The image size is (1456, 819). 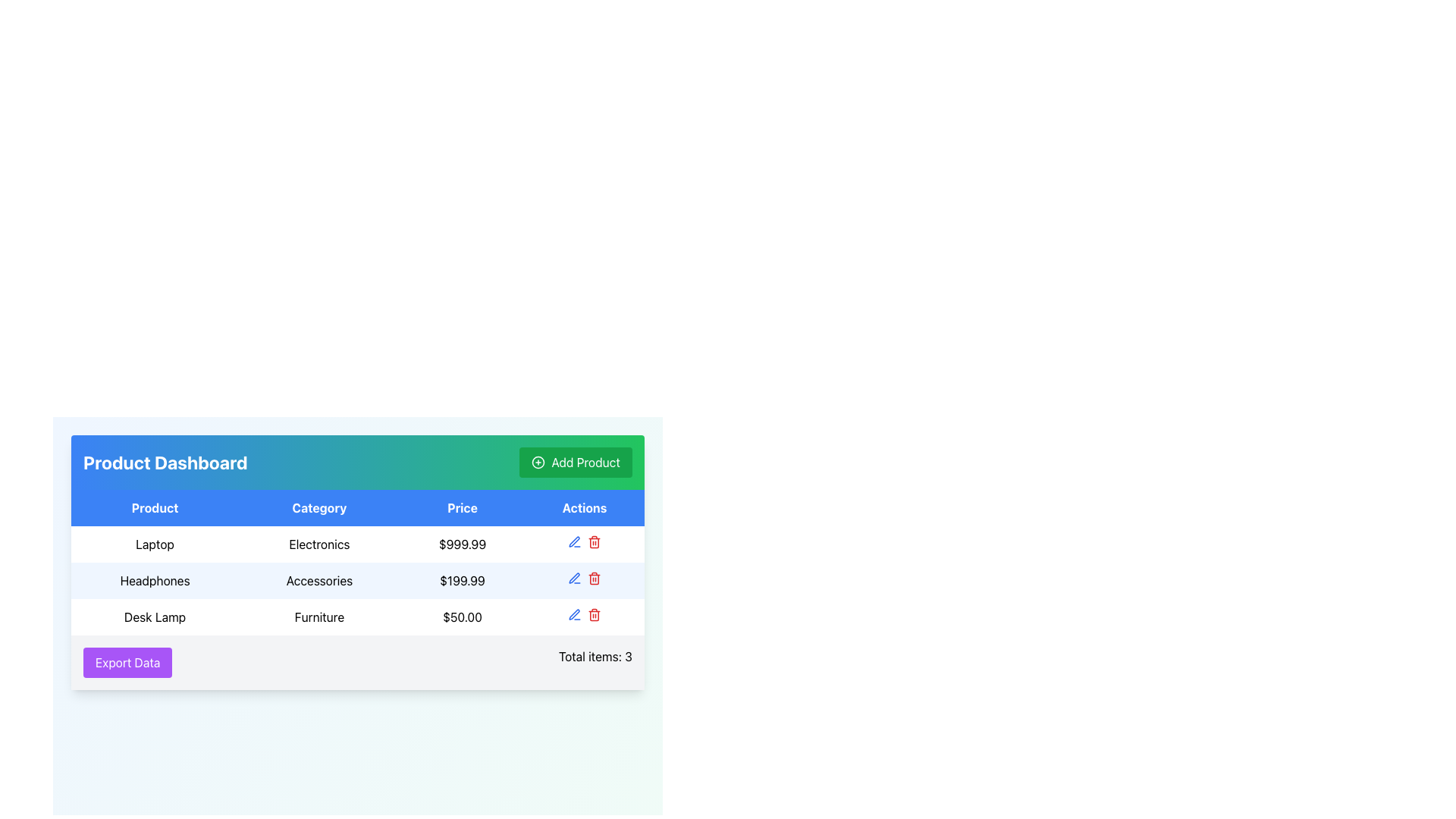 I want to click on the red trash can icon button located in the 'Actions' column of the data table, specifically in the row for 'Headphones', which is the second icon next to a blue pencil icon, so click(x=594, y=579).